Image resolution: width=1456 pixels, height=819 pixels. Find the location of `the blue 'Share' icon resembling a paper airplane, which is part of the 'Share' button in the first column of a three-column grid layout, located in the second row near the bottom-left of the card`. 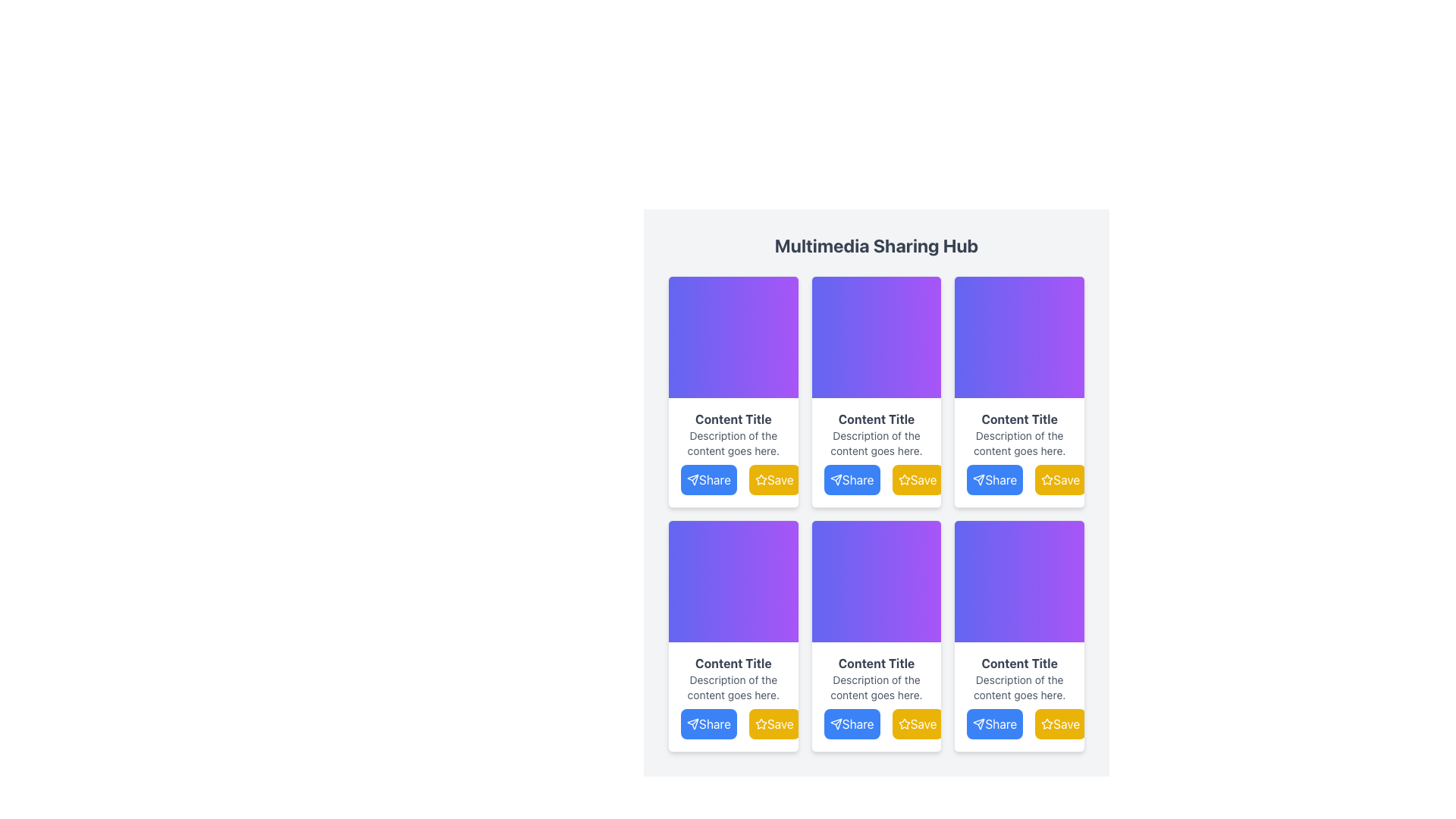

the blue 'Share' icon resembling a paper airplane, which is part of the 'Share' button in the first column of a three-column grid layout, located in the second row near the bottom-left of the card is located at coordinates (692, 479).